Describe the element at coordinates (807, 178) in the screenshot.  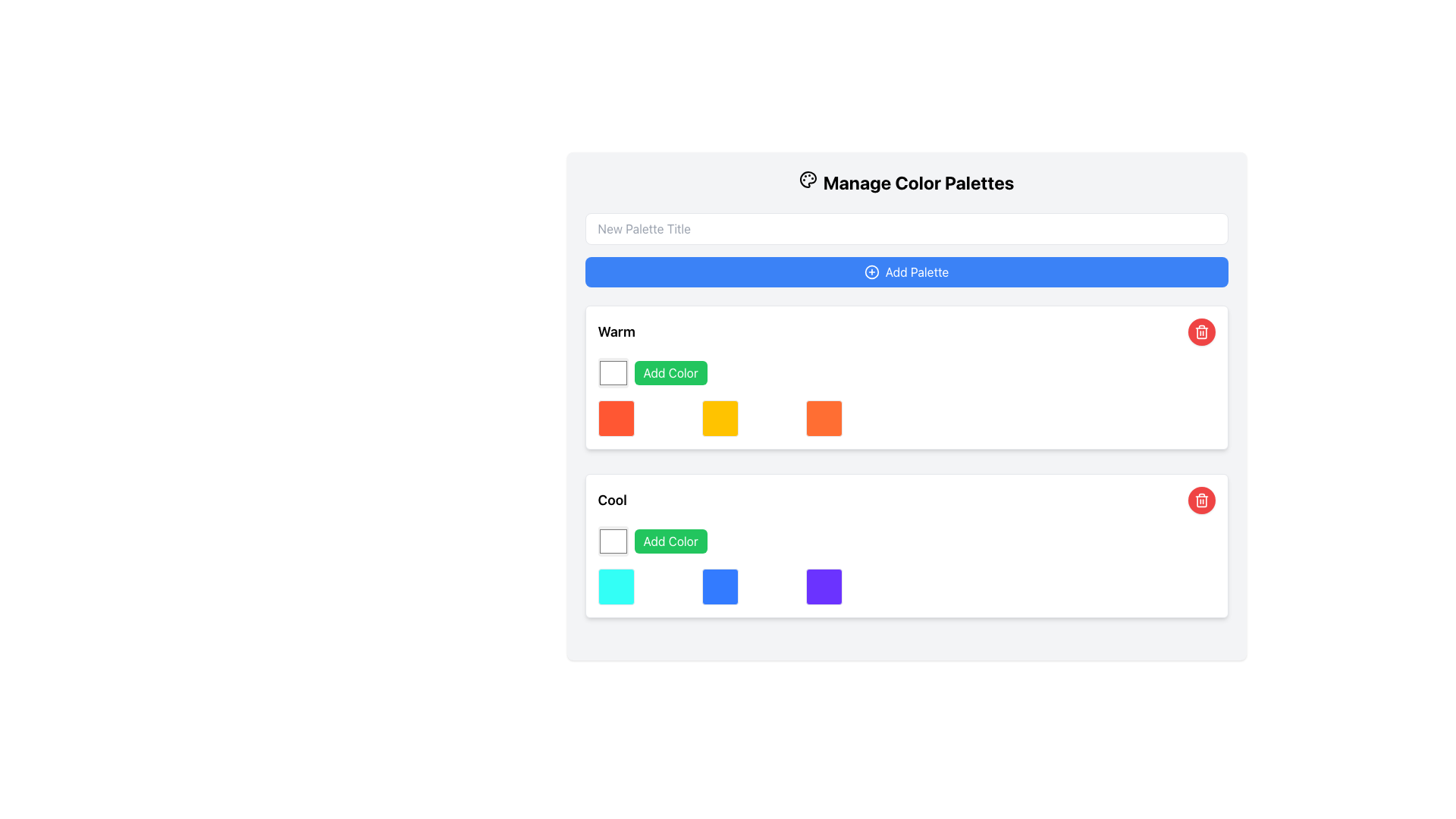
I see `the color palette icon located to the left of the 'Manage Color Palettes' text in the header section` at that location.